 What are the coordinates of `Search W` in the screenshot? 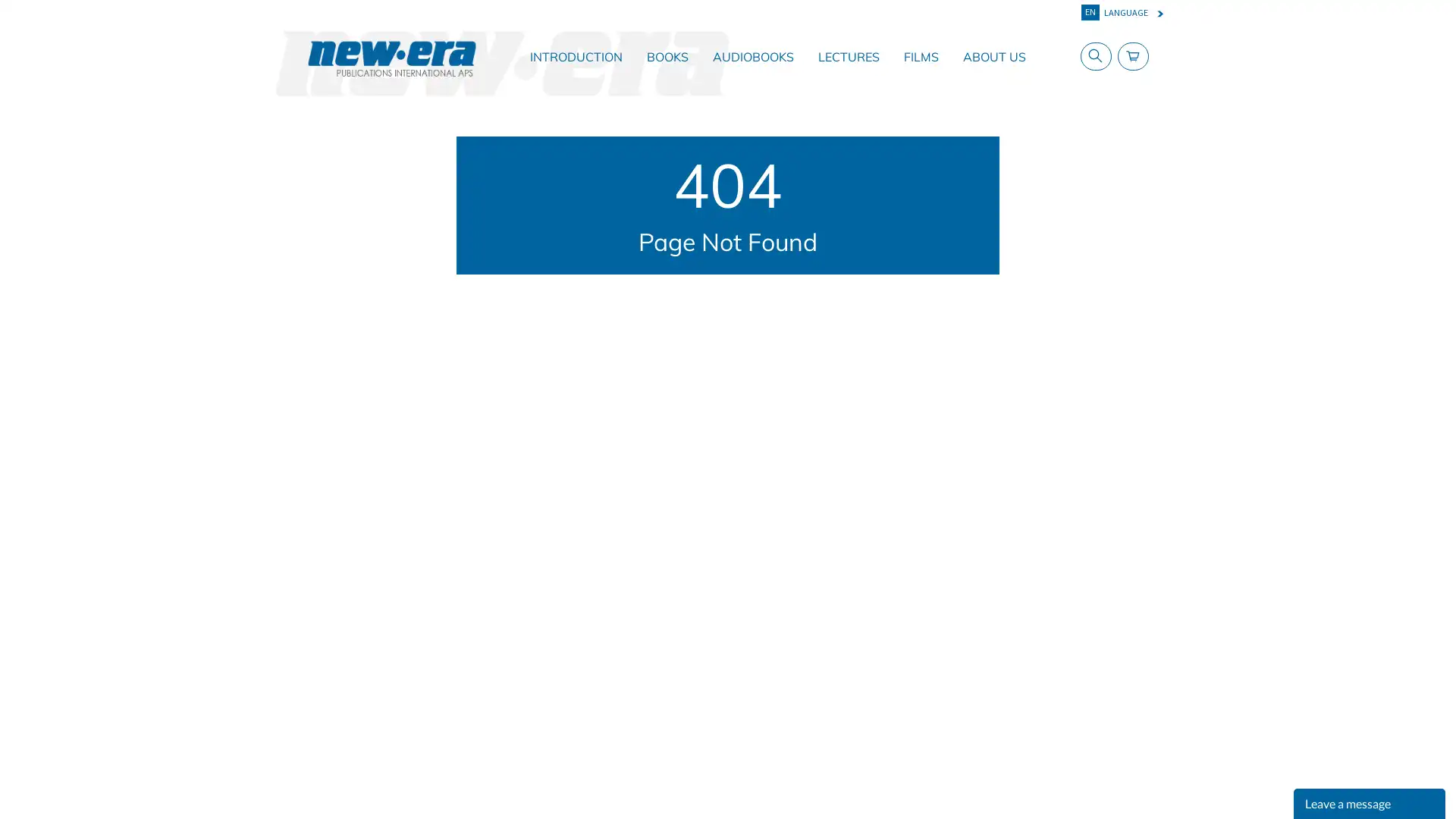 It's located at (1092, 55).